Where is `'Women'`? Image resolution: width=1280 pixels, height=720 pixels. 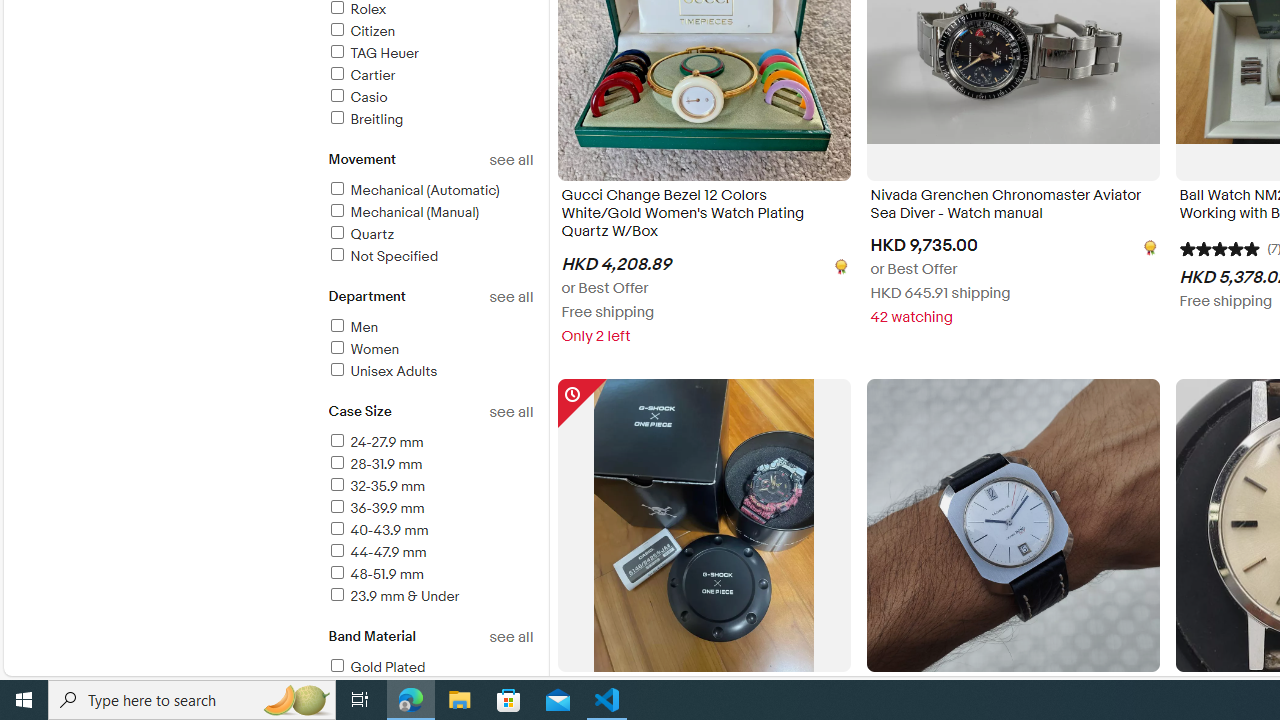
'Women' is located at coordinates (362, 348).